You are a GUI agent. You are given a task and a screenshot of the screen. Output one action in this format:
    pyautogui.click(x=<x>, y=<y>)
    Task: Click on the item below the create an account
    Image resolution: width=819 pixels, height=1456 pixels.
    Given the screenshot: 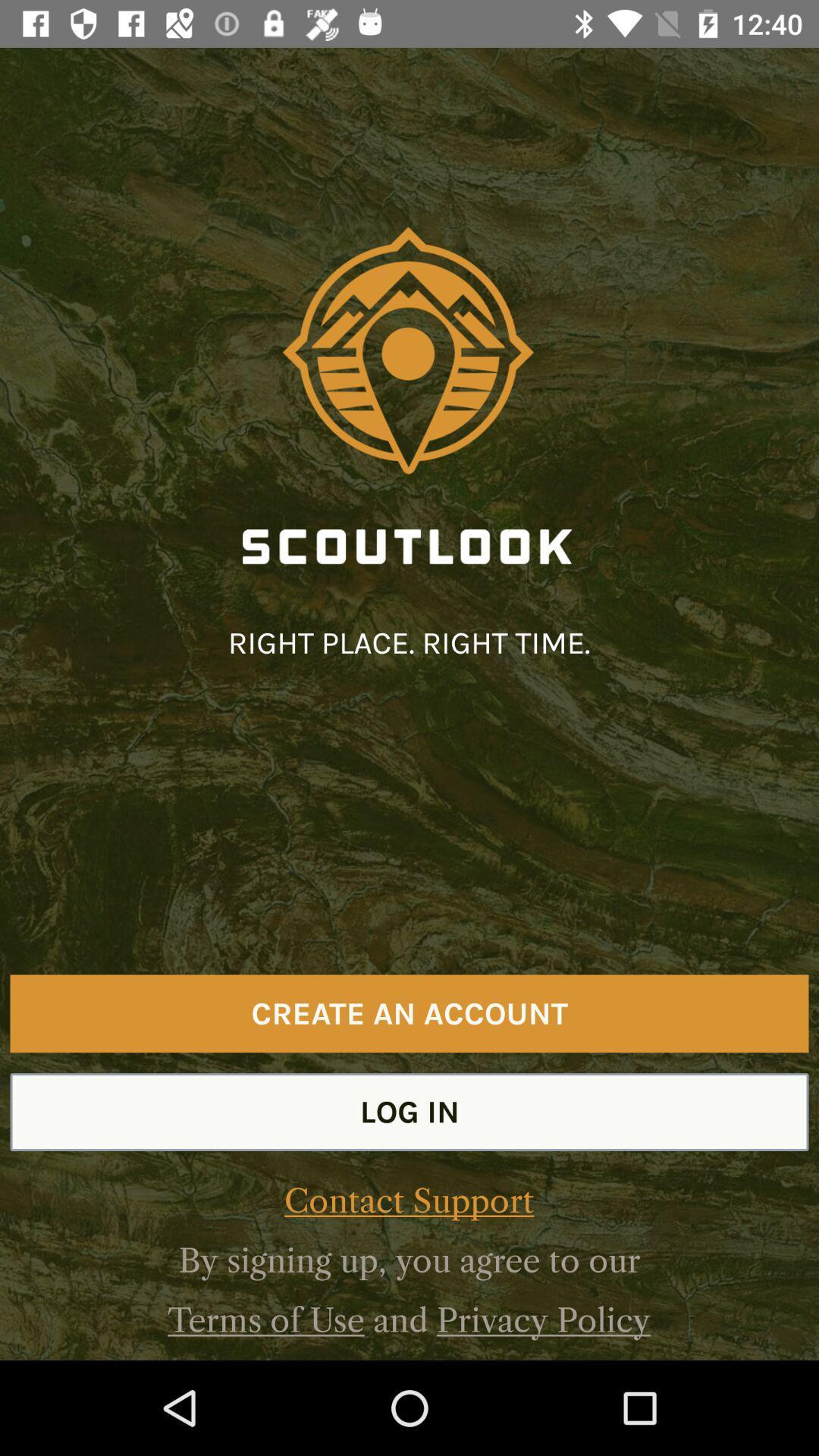 What is the action you would take?
    pyautogui.click(x=409, y=1112)
    